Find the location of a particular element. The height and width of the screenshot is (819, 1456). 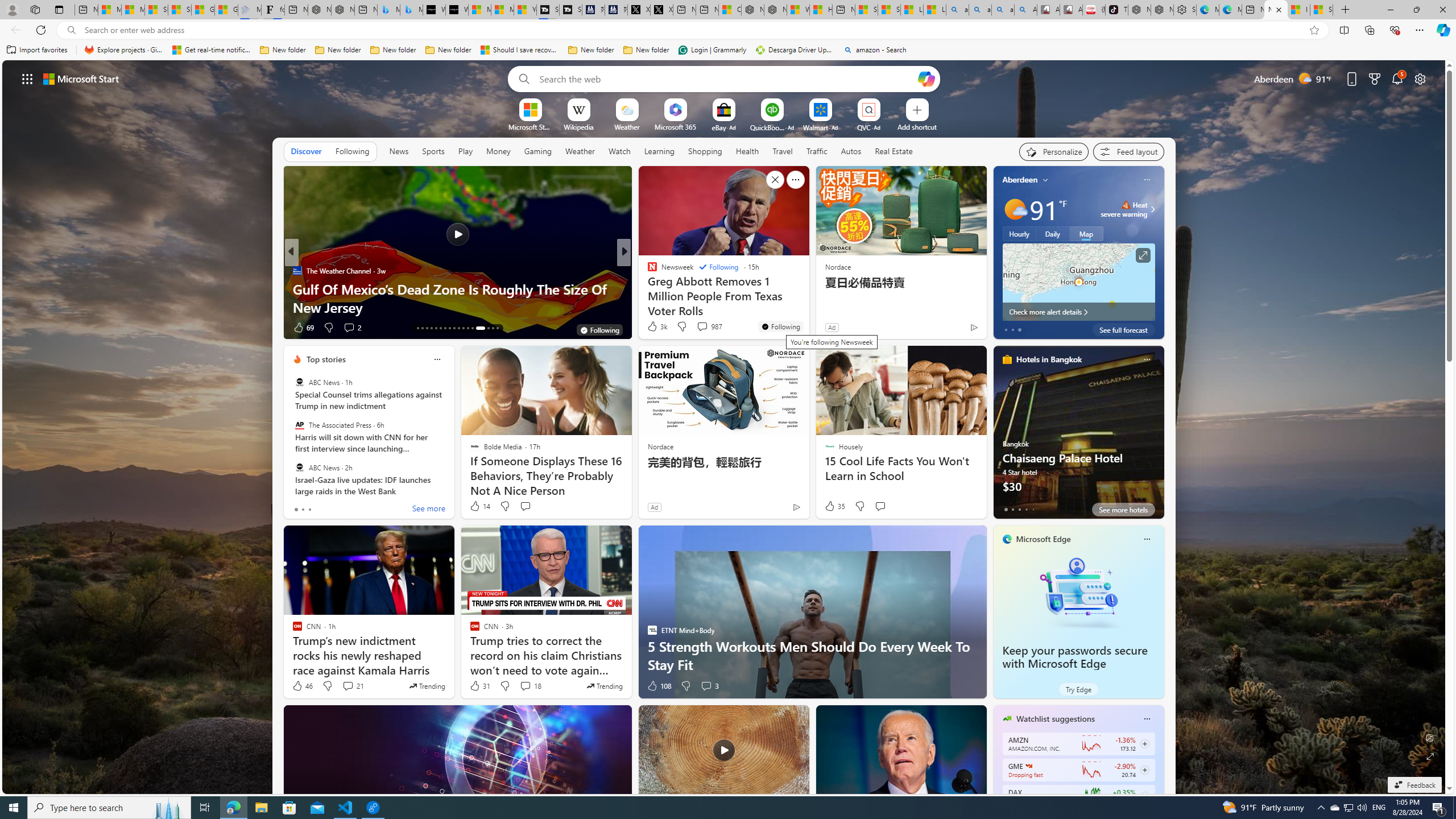

'Notifications' is located at coordinates (1397, 78).